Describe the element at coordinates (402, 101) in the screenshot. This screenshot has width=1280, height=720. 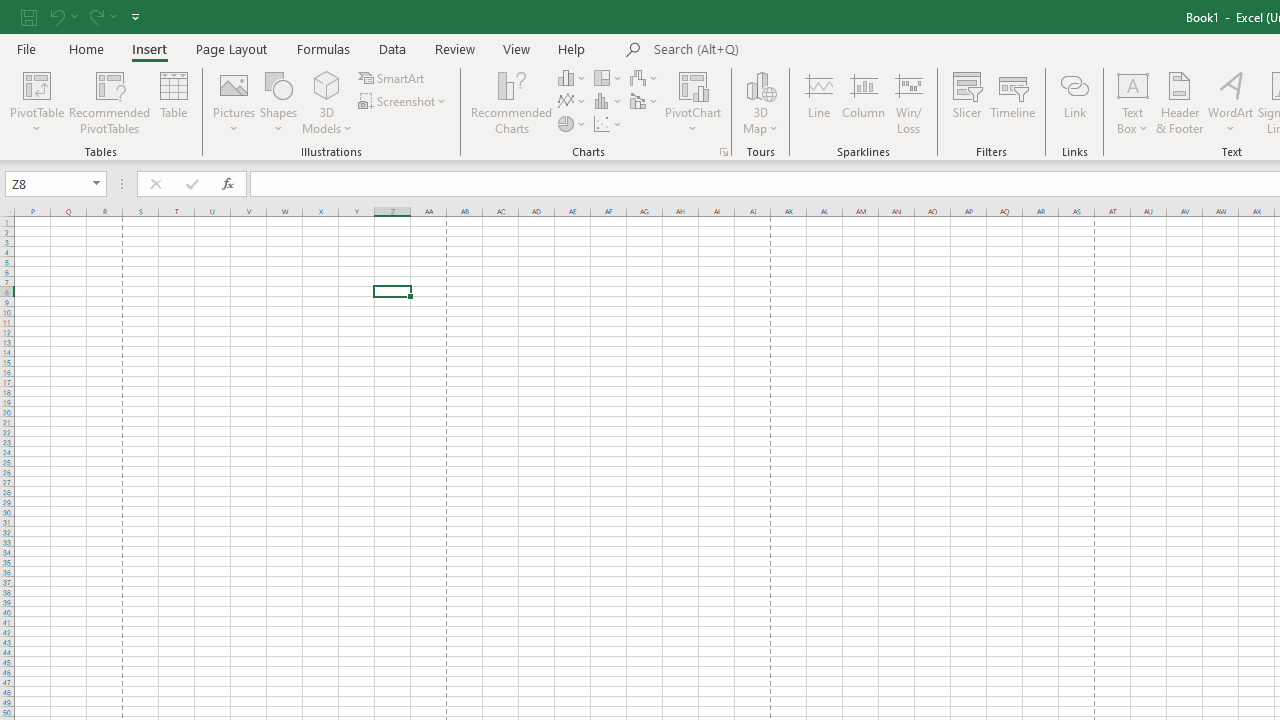
I see `'Screenshot'` at that location.